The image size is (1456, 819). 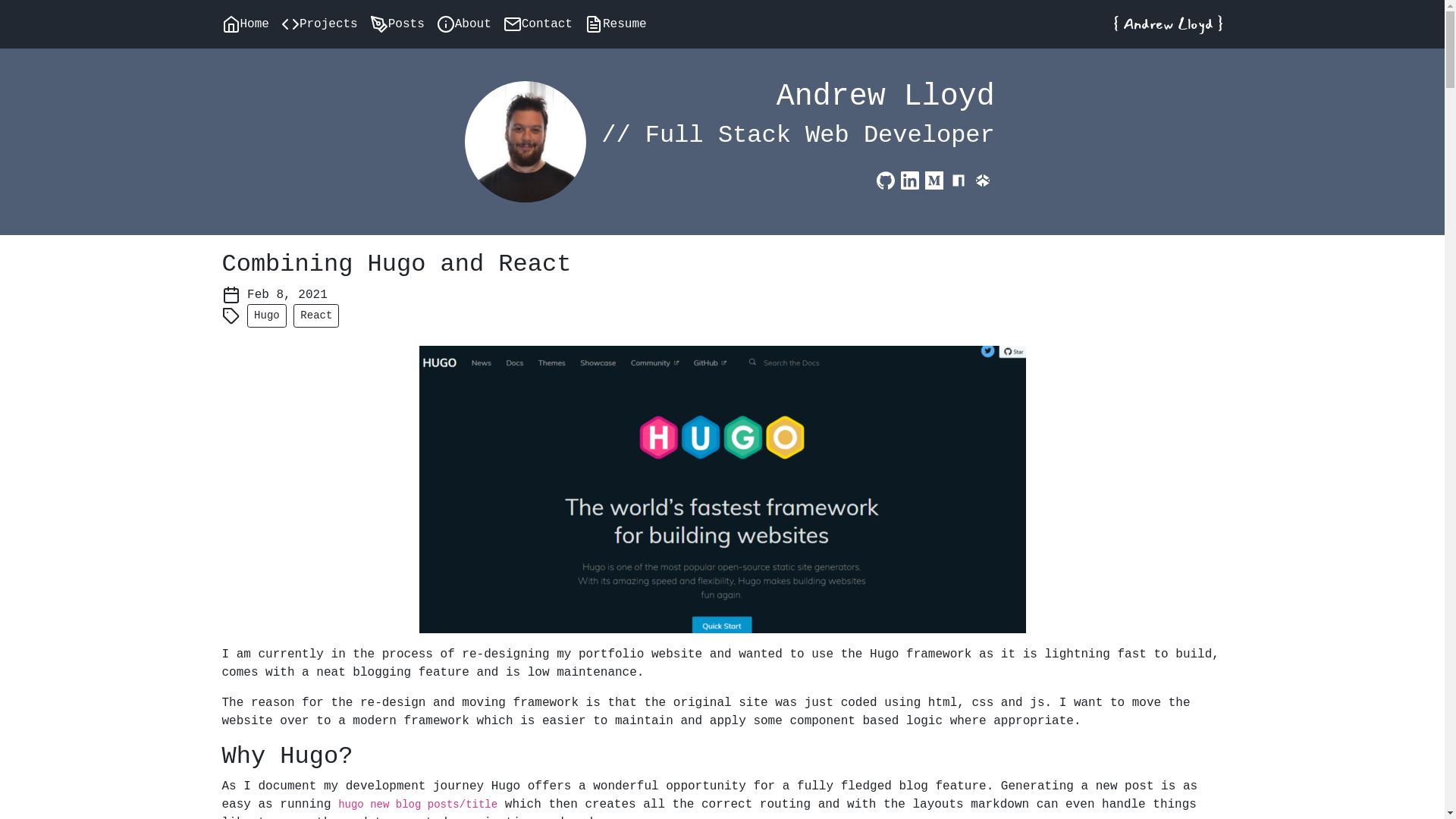 I want to click on 'About', so click(x=436, y=24).